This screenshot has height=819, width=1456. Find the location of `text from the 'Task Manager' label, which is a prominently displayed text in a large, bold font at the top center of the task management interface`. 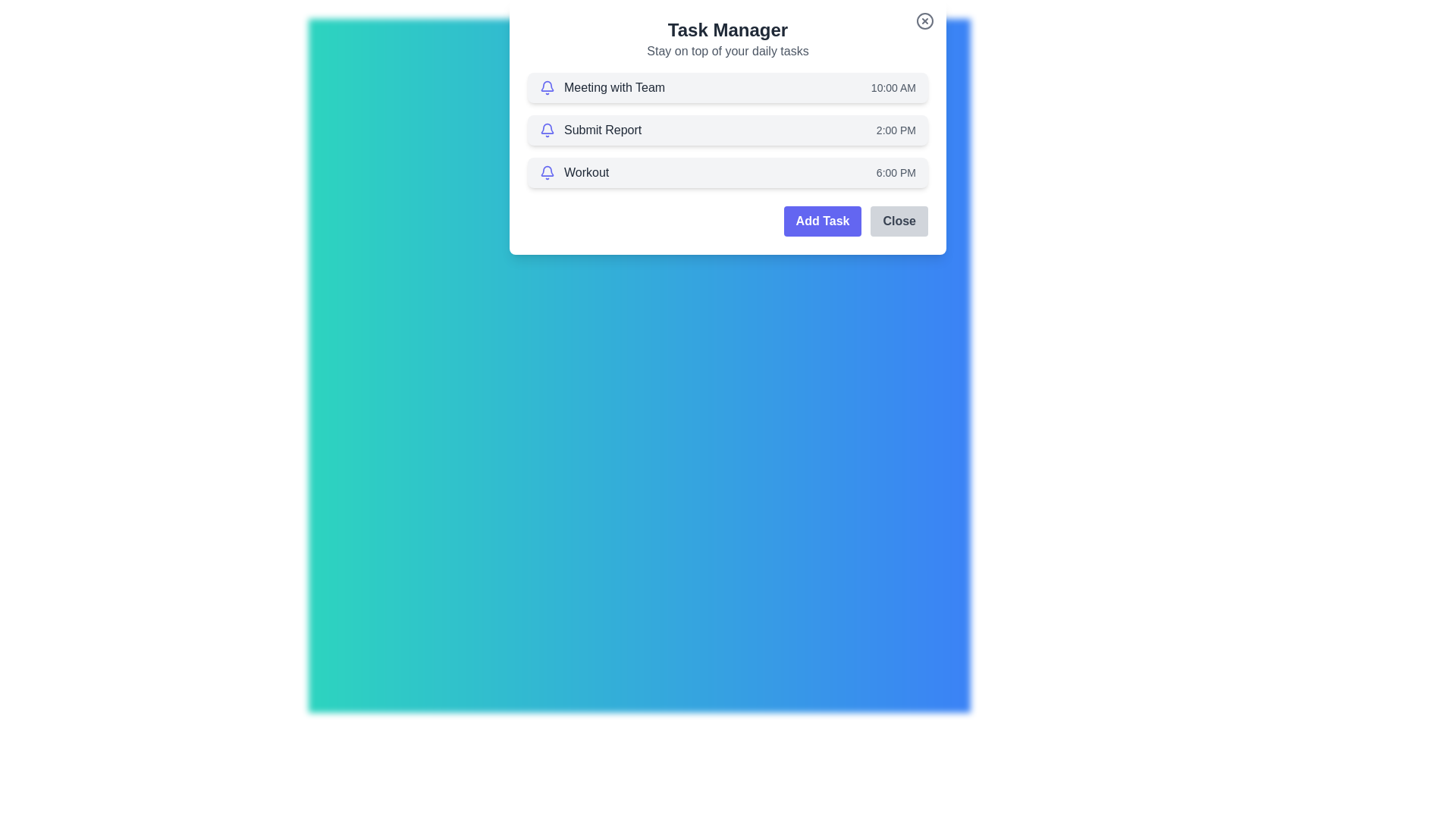

text from the 'Task Manager' label, which is a prominently displayed text in a large, bold font at the top center of the task management interface is located at coordinates (728, 30).